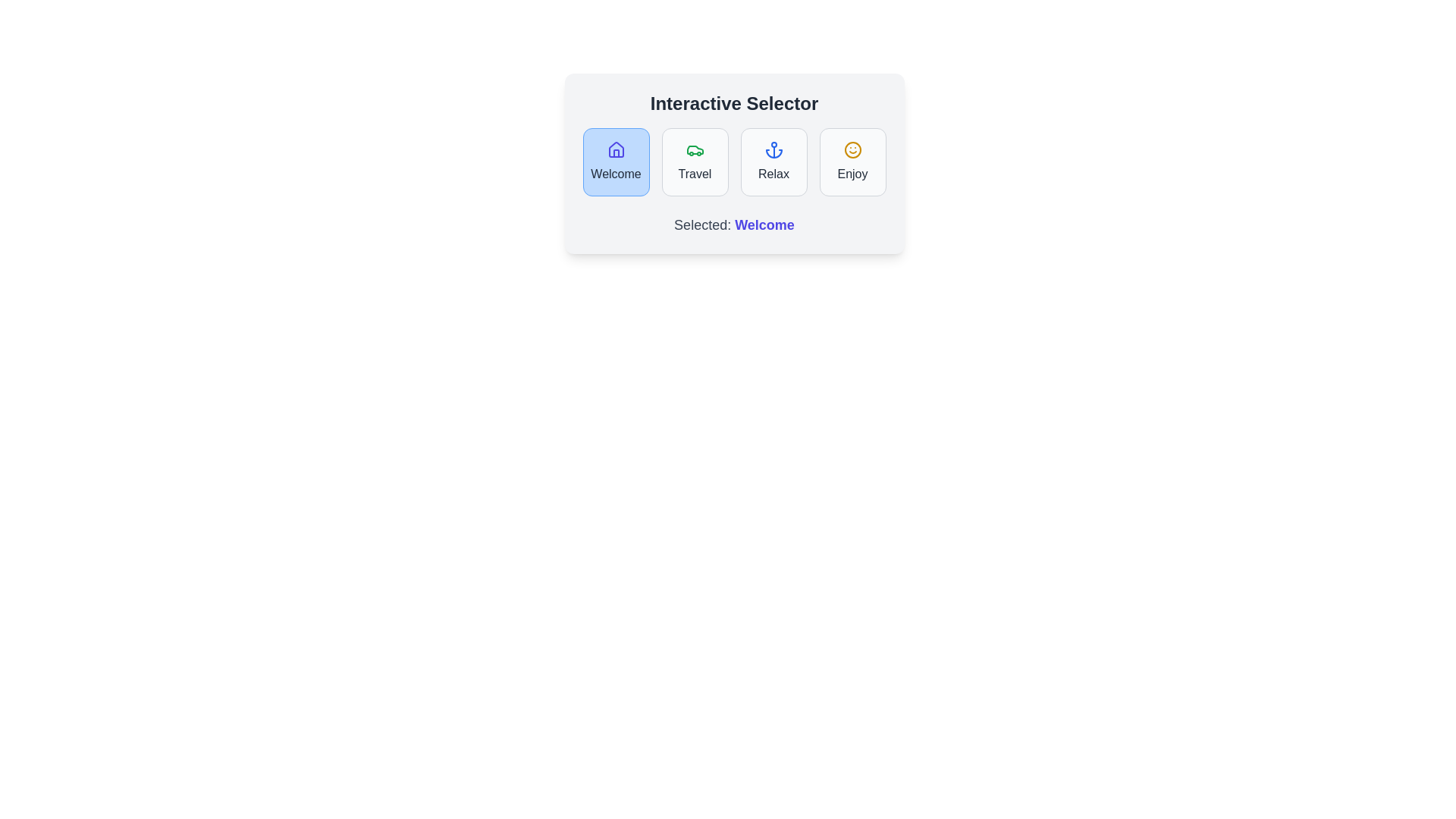 The width and height of the screenshot is (1456, 819). I want to click on the 'Welcome' icon within the 'Interactive Selector' option group, which visually represents the 'Welcome' option, so click(616, 149).